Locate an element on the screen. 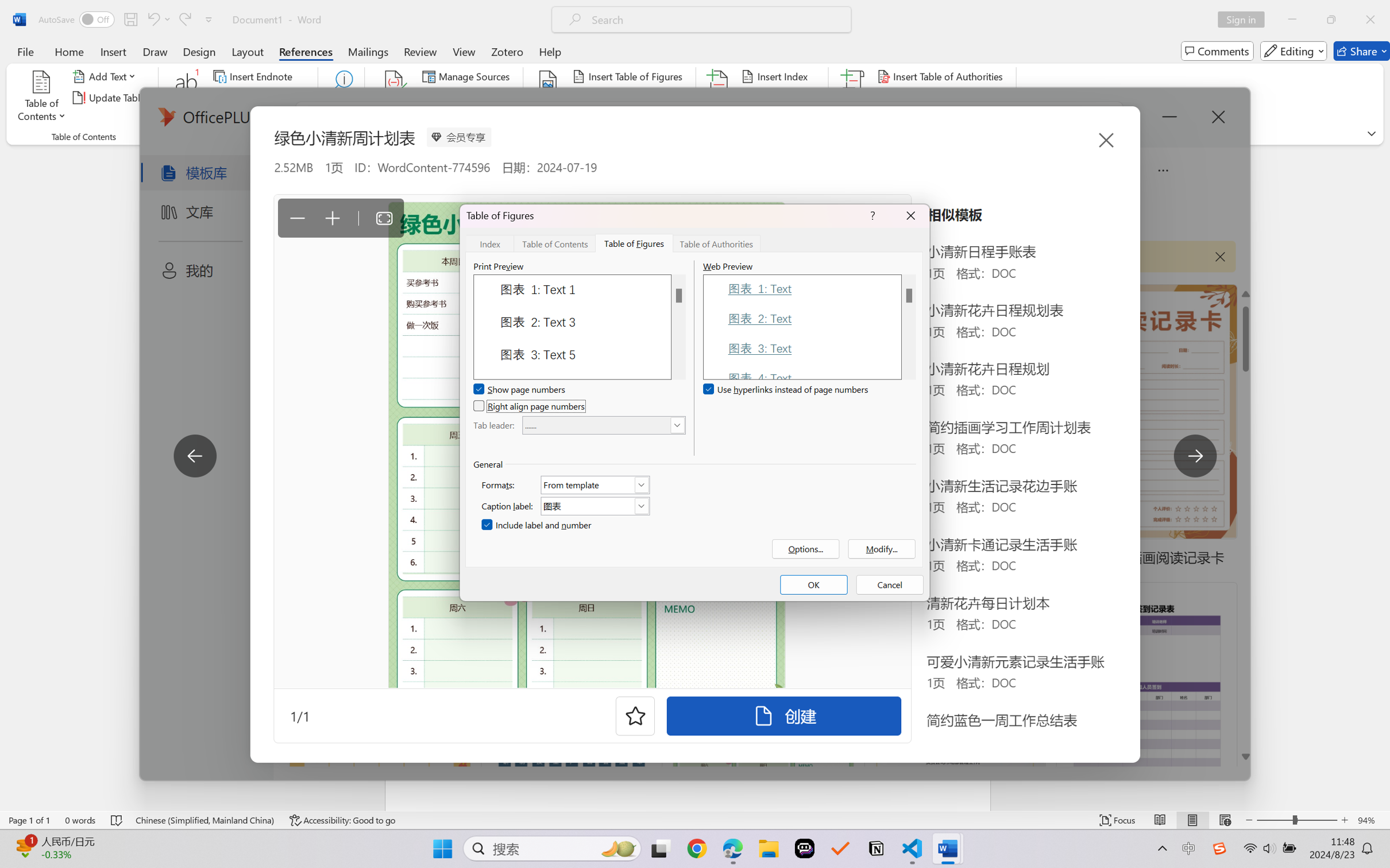 The width and height of the screenshot is (1390, 868). 'Editing' is located at coordinates (1294, 51).